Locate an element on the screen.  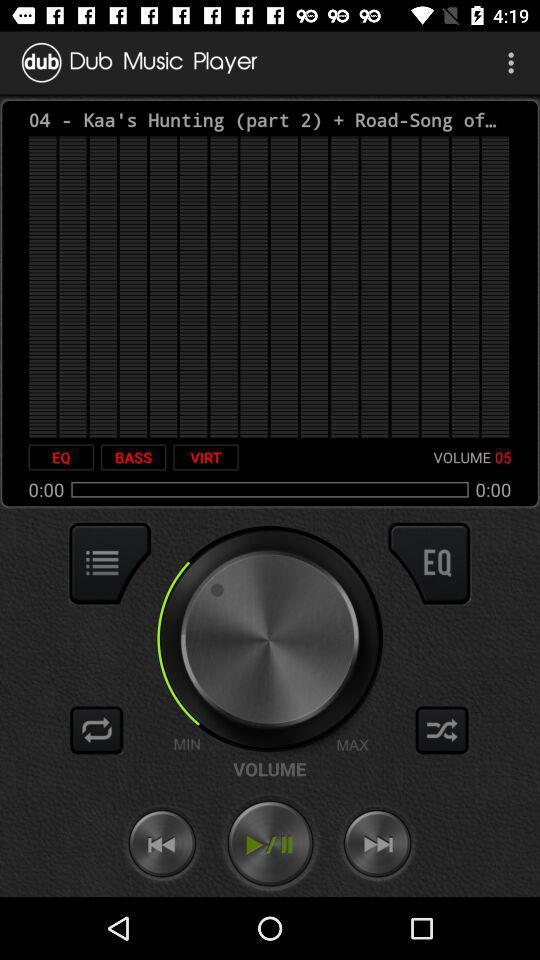
move forward is located at coordinates (377, 843).